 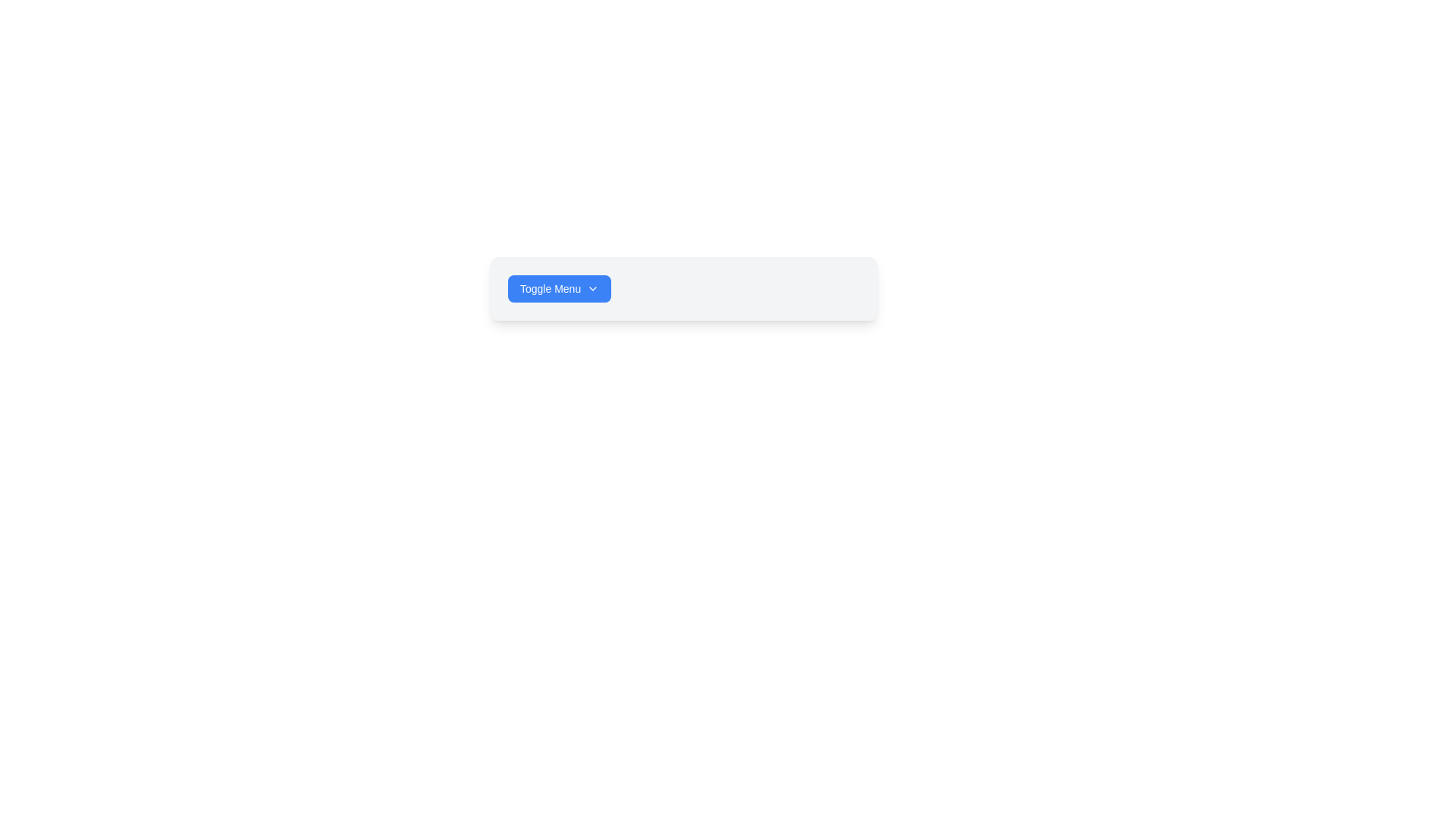 What do you see at coordinates (592, 289) in the screenshot?
I see `the small downward-pointing chevron icon that is part of the 'Toggle Menu' button, located on the rightmost side of the button` at bounding box center [592, 289].